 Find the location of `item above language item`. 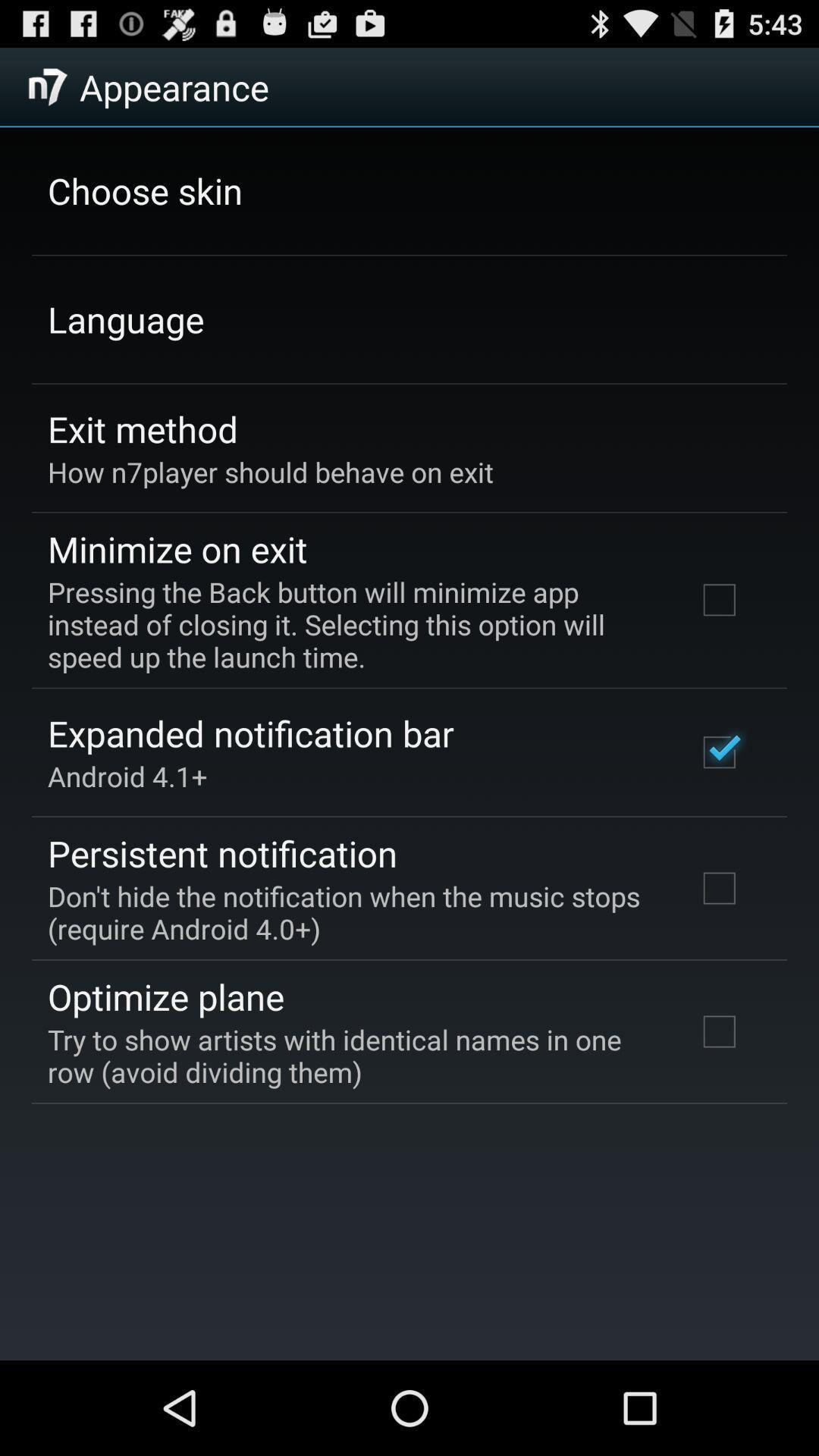

item above language item is located at coordinates (145, 190).